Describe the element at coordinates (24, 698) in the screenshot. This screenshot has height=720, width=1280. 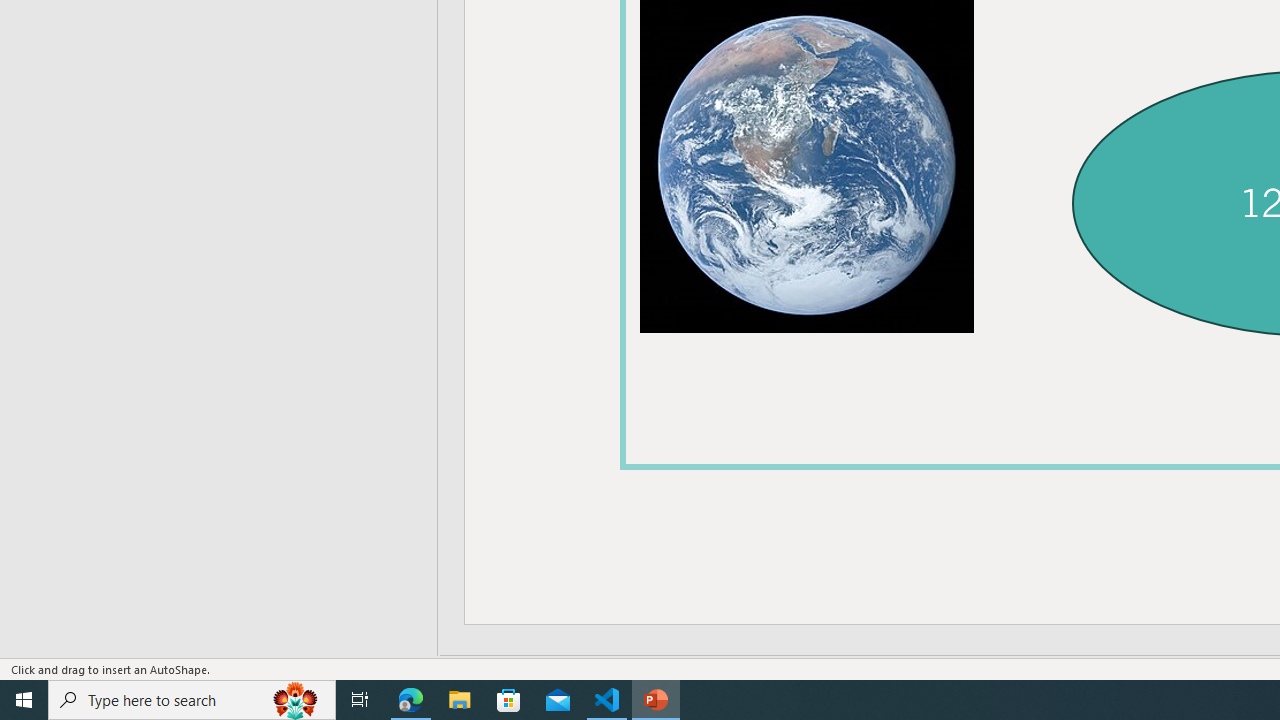
I see `'Start'` at that location.